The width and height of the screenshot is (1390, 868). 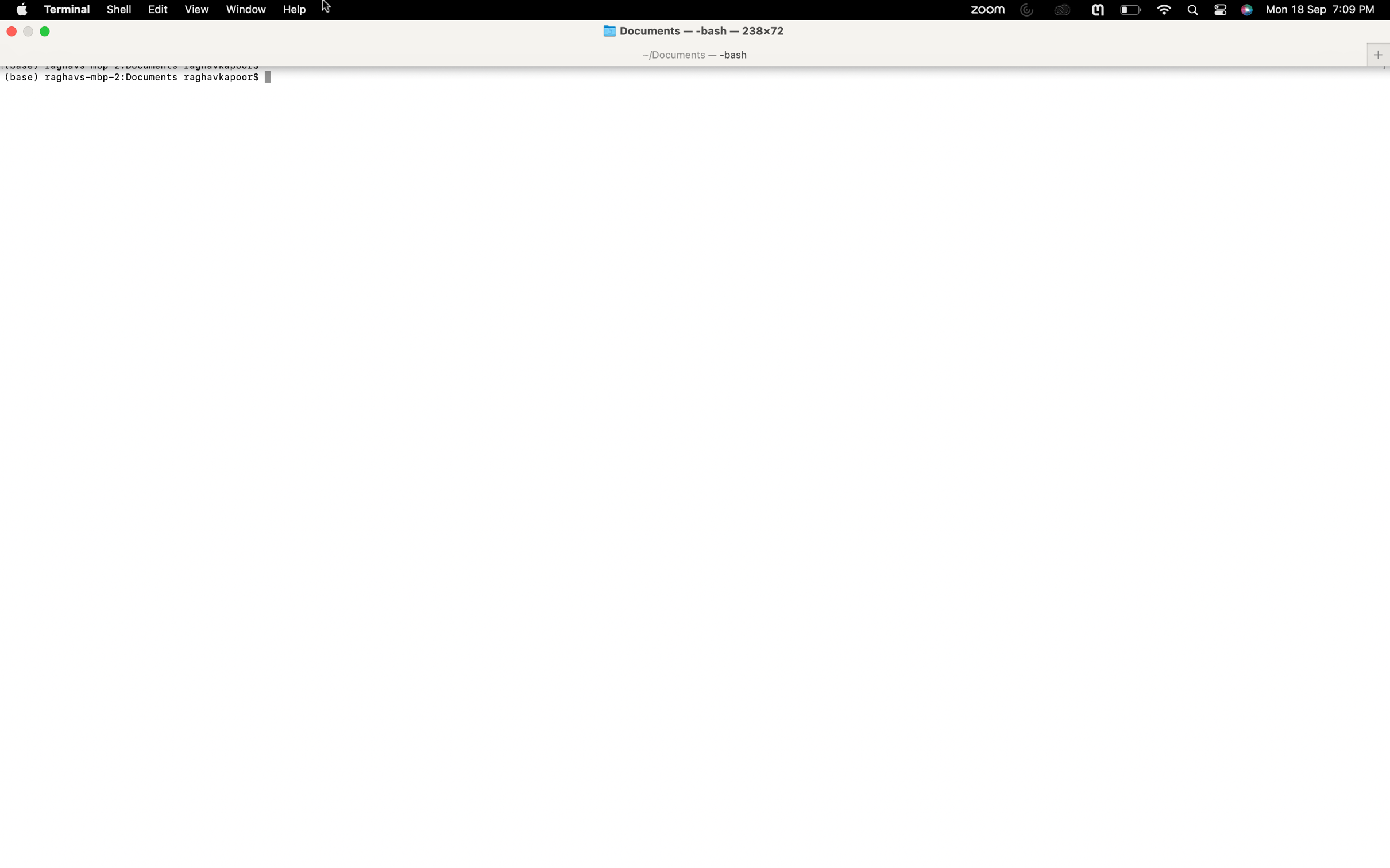 What do you see at coordinates (245, 10) in the screenshot?
I see `Extend current working window to full screen using the window options` at bounding box center [245, 10].